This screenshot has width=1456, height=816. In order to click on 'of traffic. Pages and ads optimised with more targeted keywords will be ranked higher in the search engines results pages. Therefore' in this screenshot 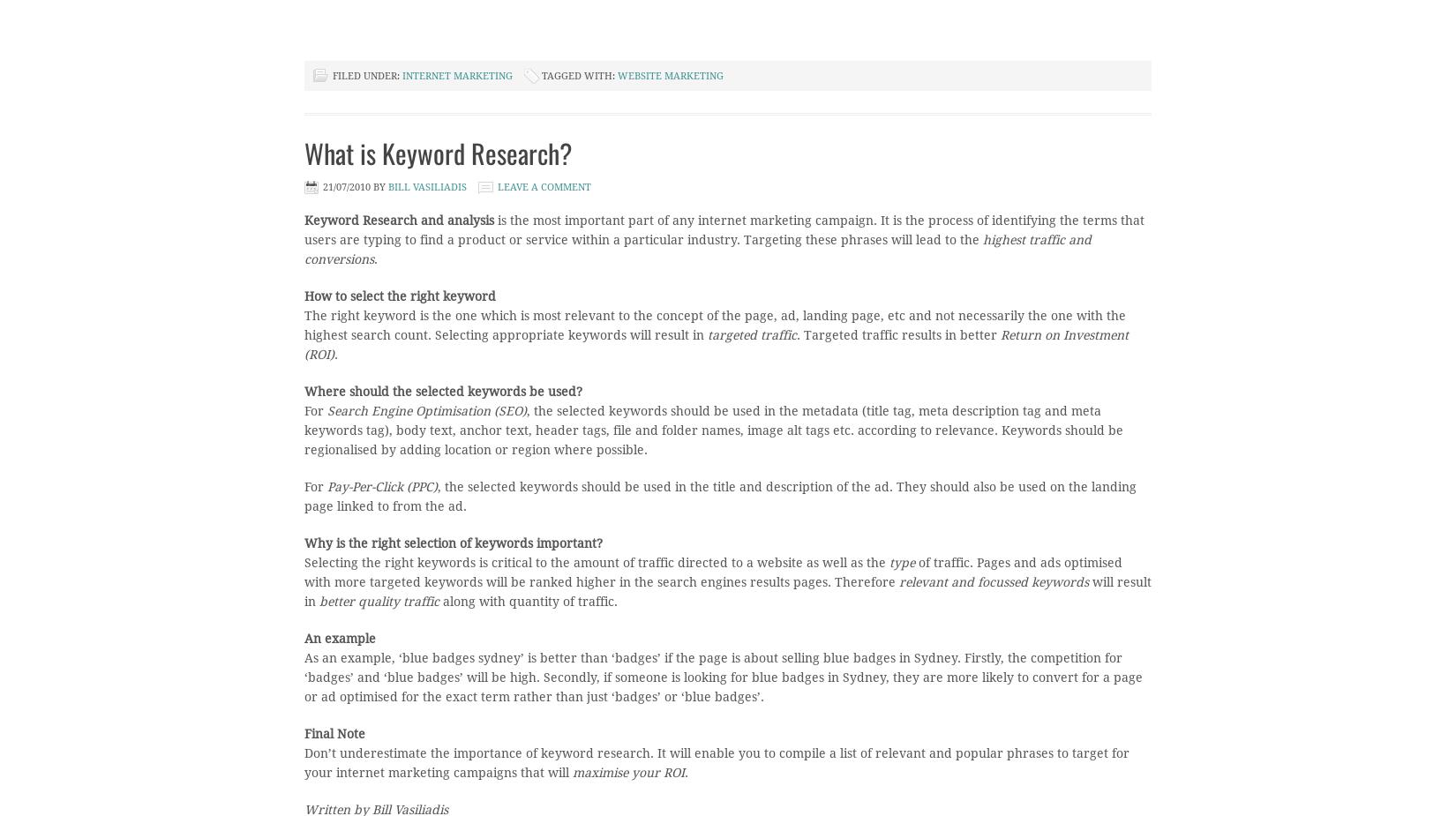, I will do `click(712, 572)`.